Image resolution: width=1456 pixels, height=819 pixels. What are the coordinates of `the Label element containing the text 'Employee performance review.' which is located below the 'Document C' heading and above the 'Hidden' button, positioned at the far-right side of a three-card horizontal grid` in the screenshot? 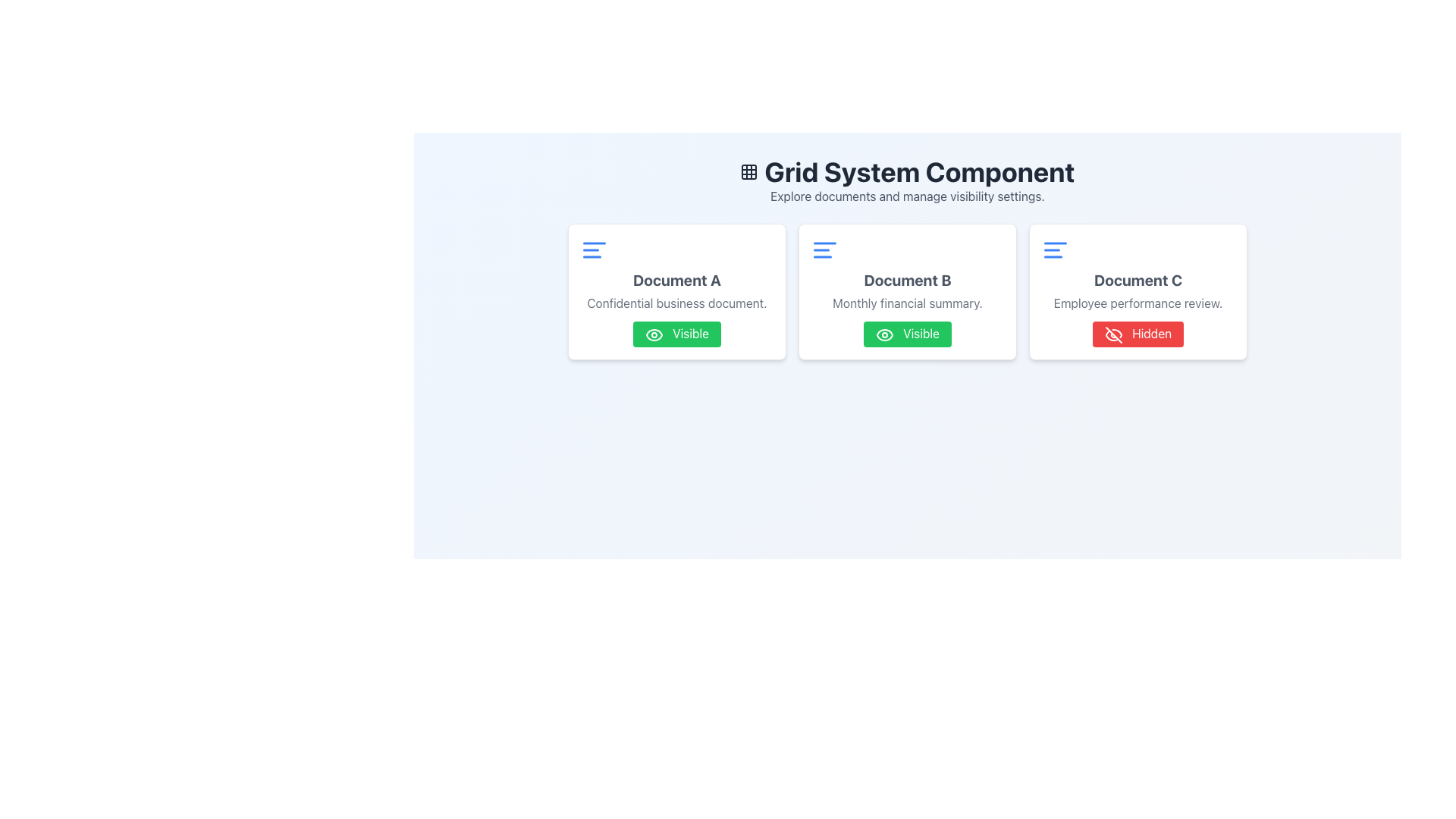 It's located at (1138, 303).